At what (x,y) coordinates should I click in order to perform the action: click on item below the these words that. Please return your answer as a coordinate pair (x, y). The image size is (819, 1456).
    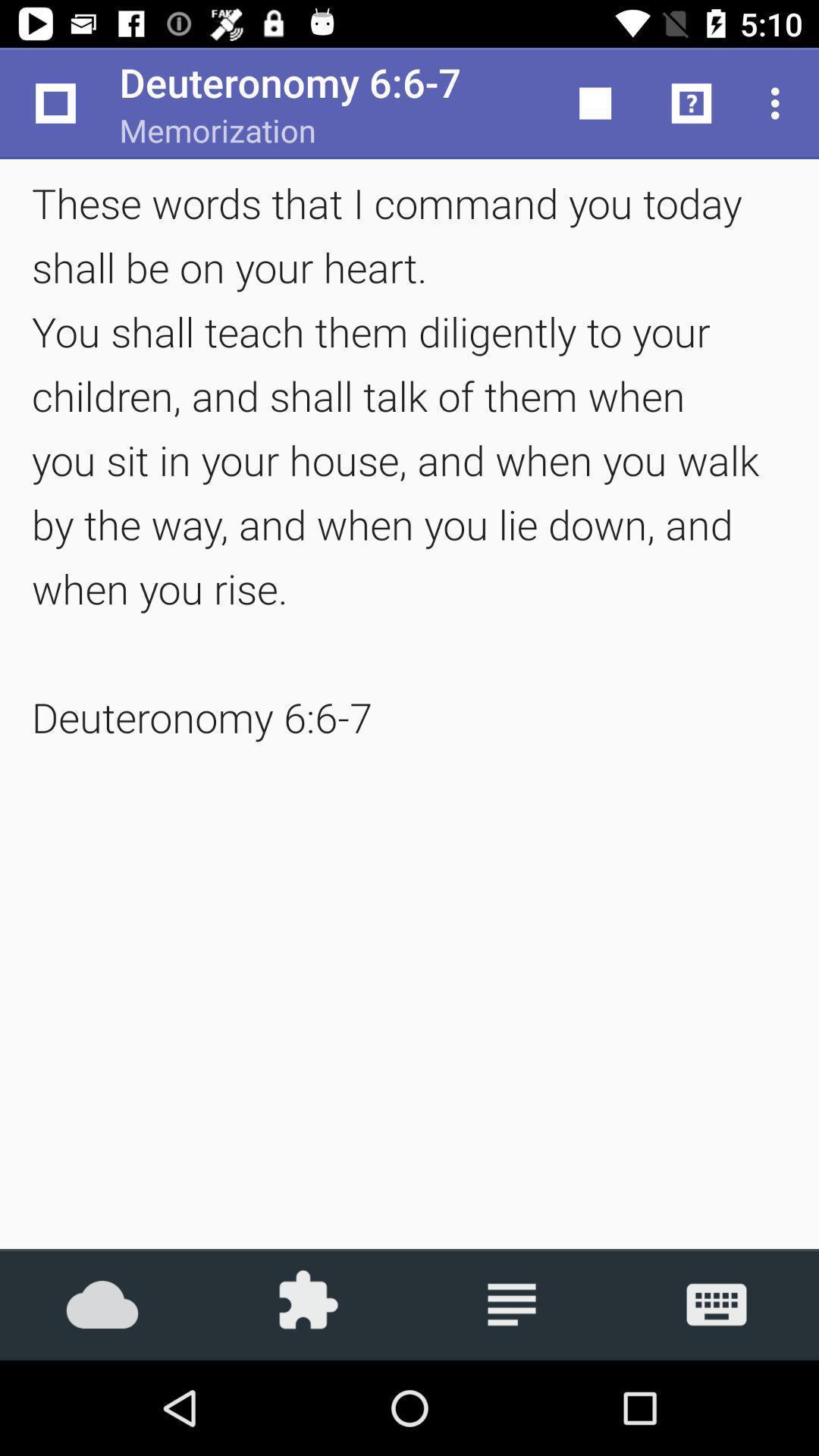
    Looking at the image, I should click on (102, 1304).